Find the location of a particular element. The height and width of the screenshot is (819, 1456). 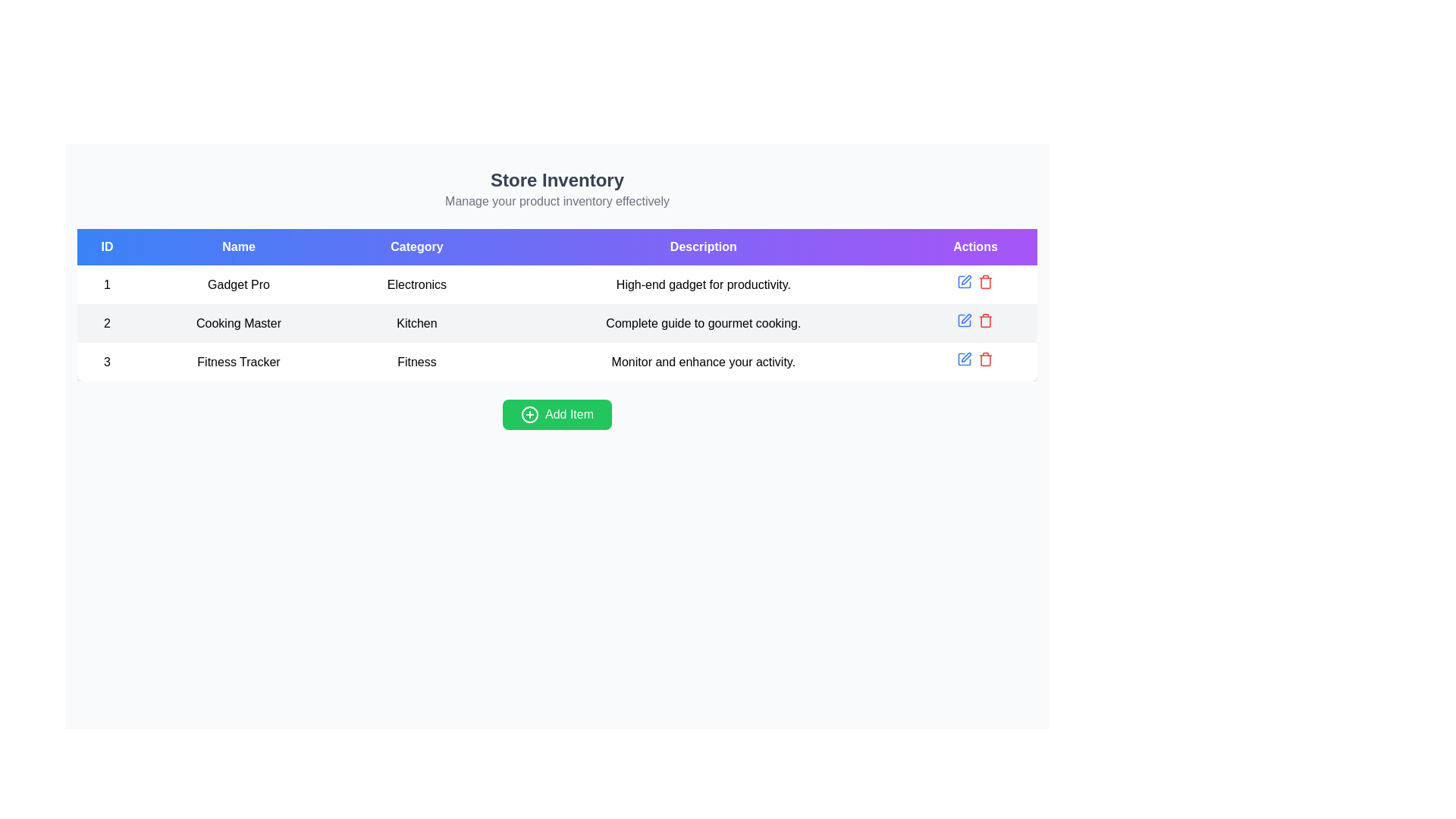

the first row of the Store Inventory table, which contains the text '1', 'Gadget Pro', 'Electronics', and 'High-end gadget for productivity.' is located at coordinates (556, 284).